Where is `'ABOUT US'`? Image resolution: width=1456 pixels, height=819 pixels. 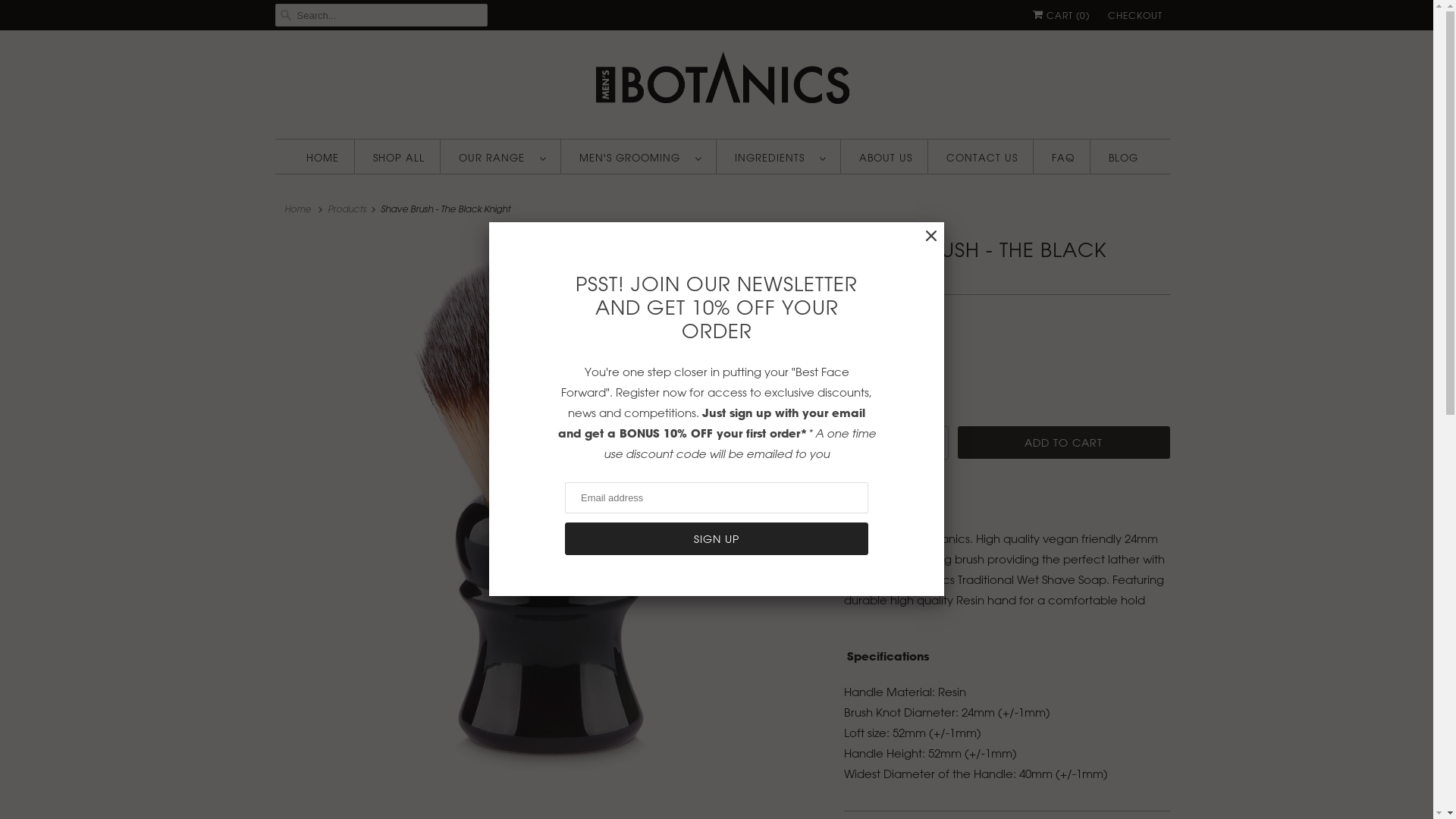
'ABOUT US' is located at coordinates (885, 157).